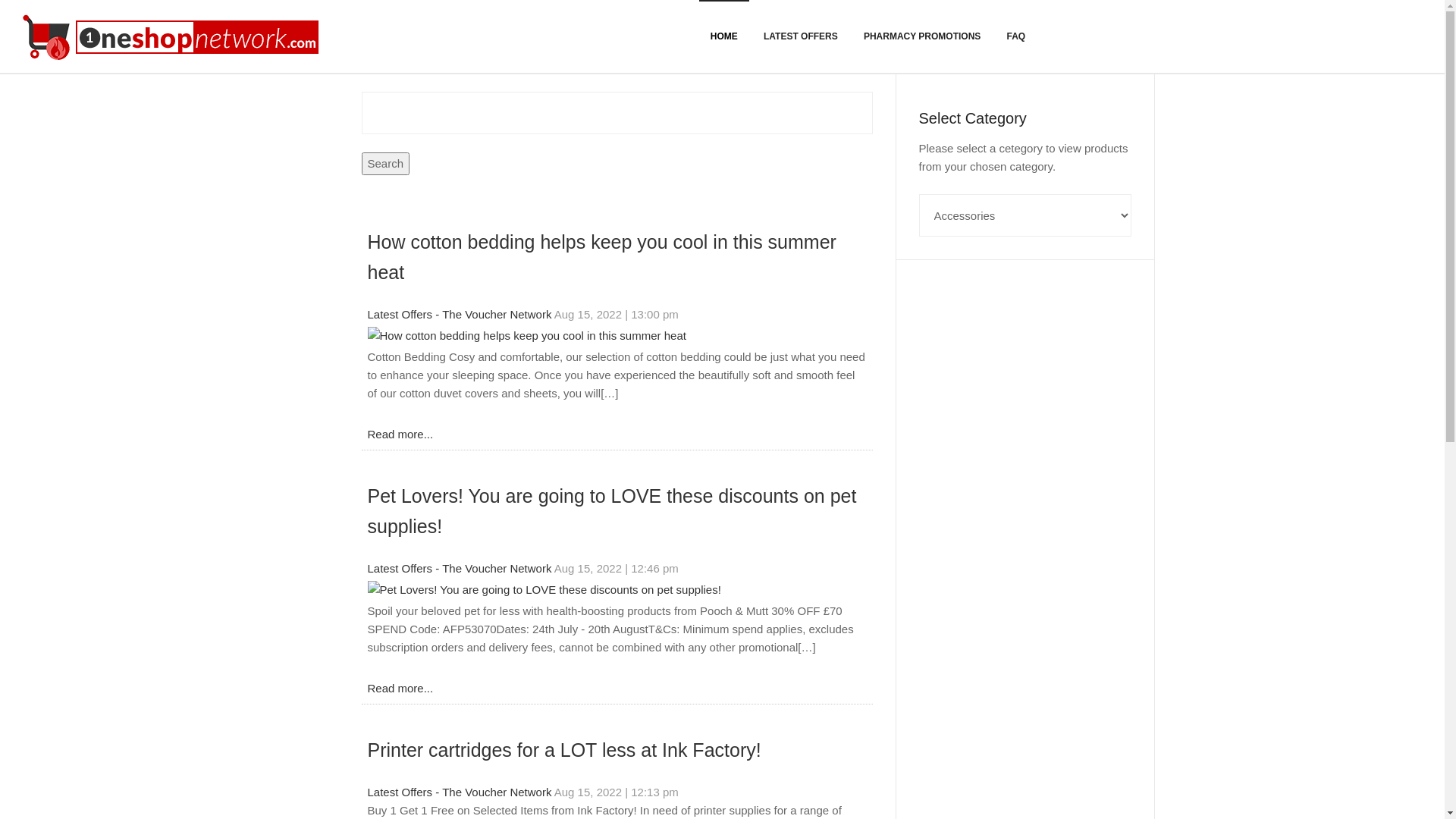 The image size is (1456, 819). I want to click on 'Printer cartridges for a LOT less at Ink Factory!', so click(563, 749).